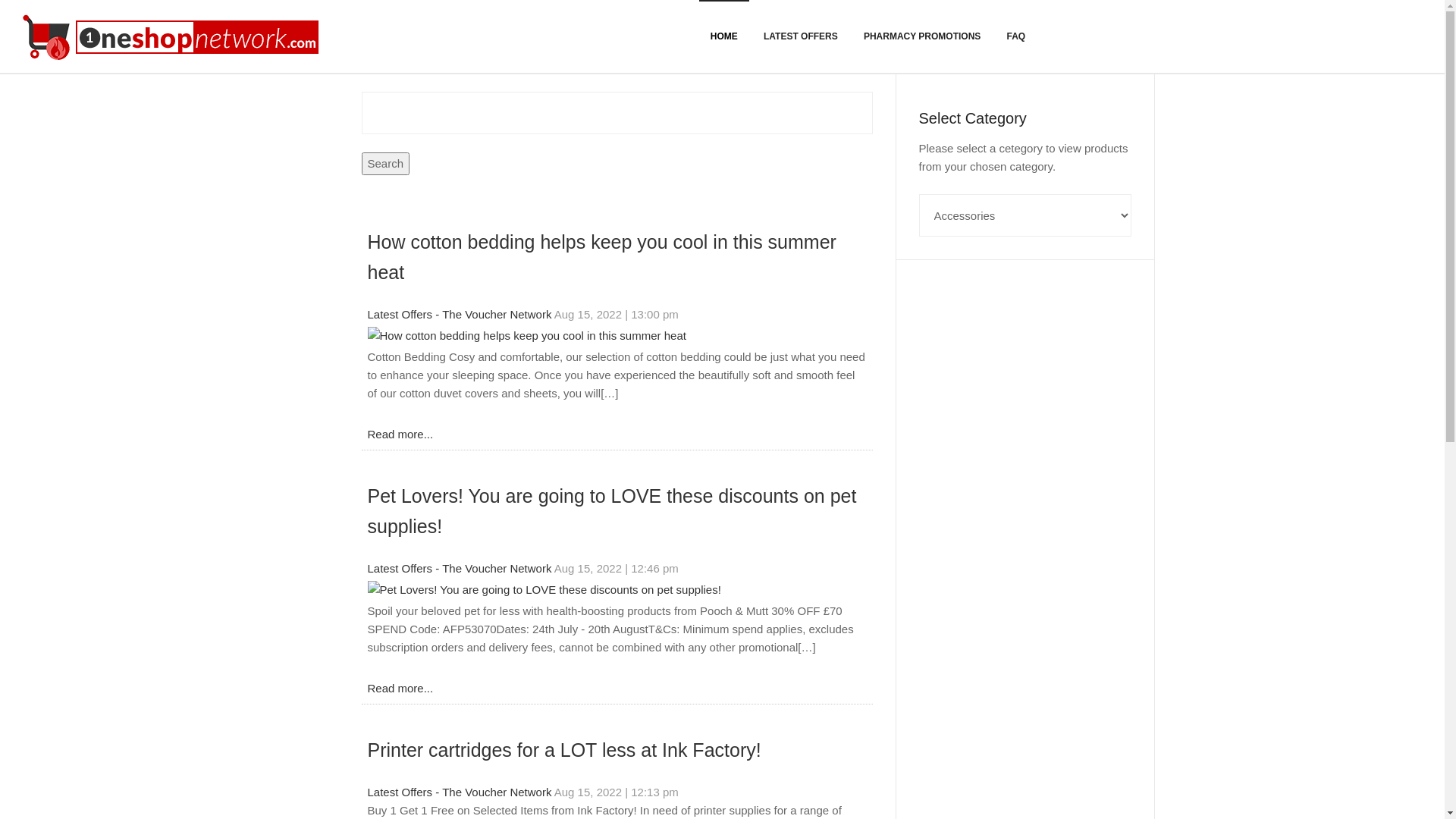 The image size is (1456, 819). I want to click on 'Printer cartridges for a LOT less at Ink Factory!', so click(563, 749).